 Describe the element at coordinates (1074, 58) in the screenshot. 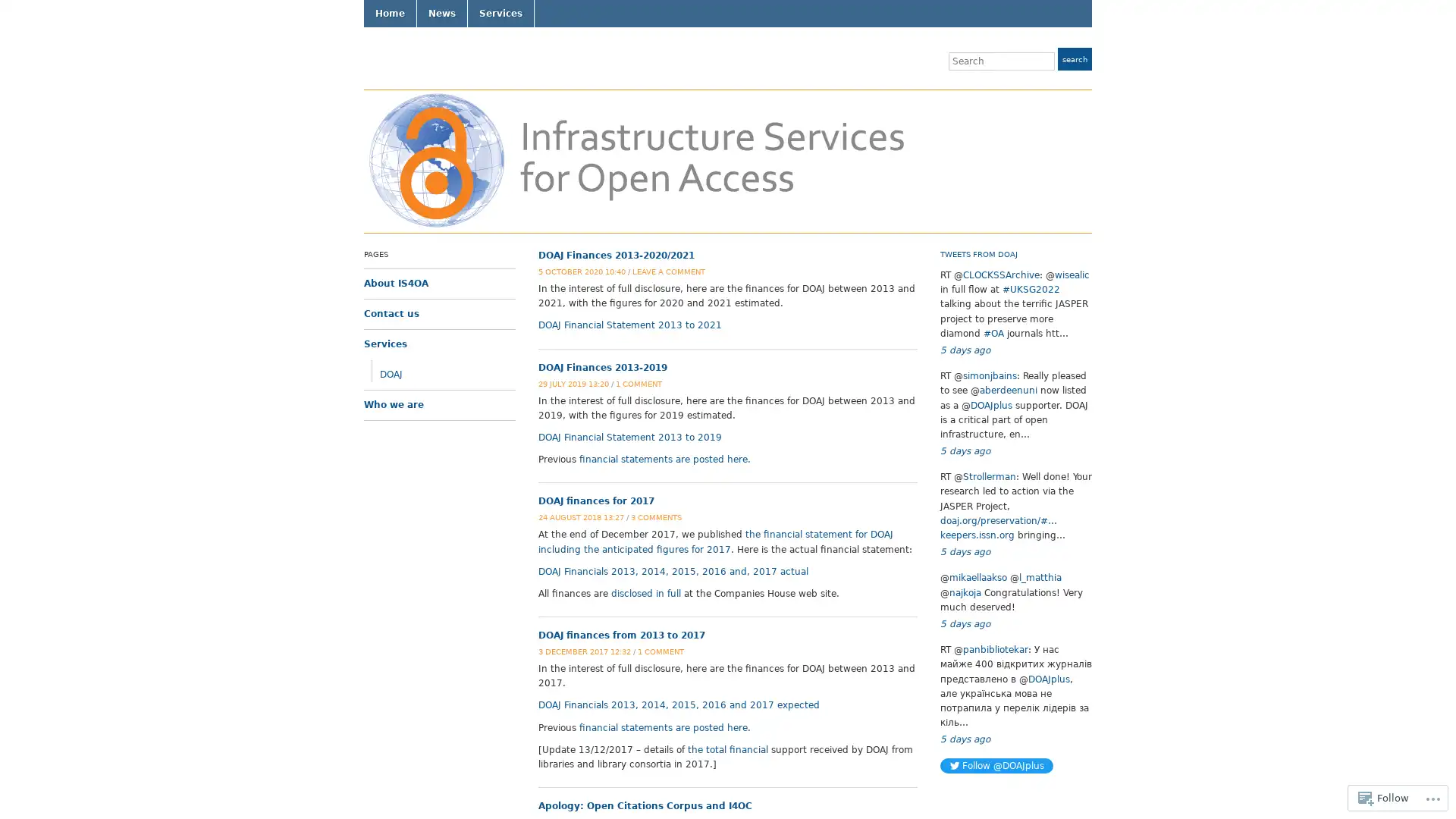

I see `search` at that location.